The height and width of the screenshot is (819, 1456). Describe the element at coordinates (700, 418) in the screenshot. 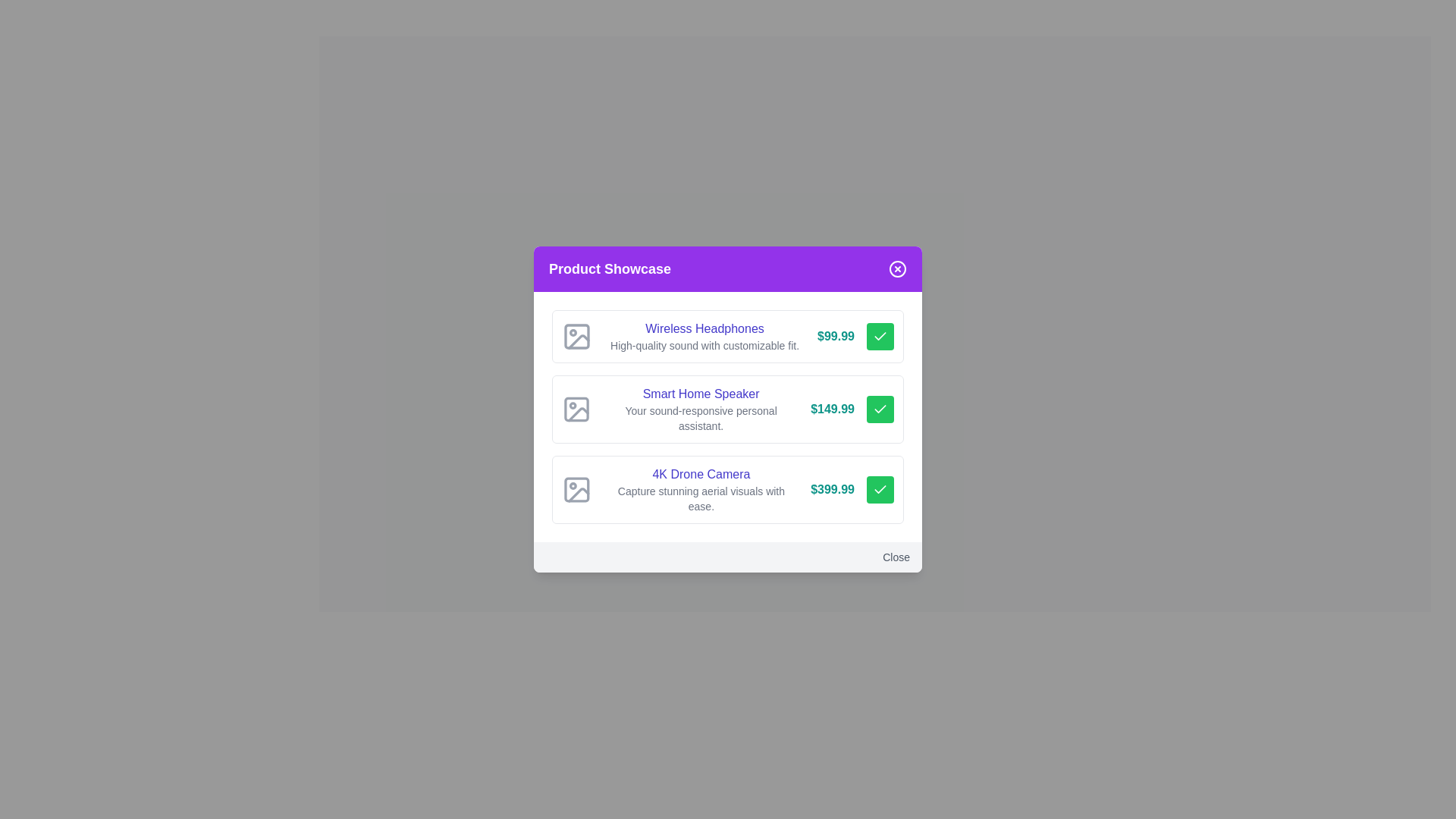

I see `descriptive text element that says 'Your sound-responsive personal assistant.' positioned below the heading 'Smart Home Speaker.'` at that location.